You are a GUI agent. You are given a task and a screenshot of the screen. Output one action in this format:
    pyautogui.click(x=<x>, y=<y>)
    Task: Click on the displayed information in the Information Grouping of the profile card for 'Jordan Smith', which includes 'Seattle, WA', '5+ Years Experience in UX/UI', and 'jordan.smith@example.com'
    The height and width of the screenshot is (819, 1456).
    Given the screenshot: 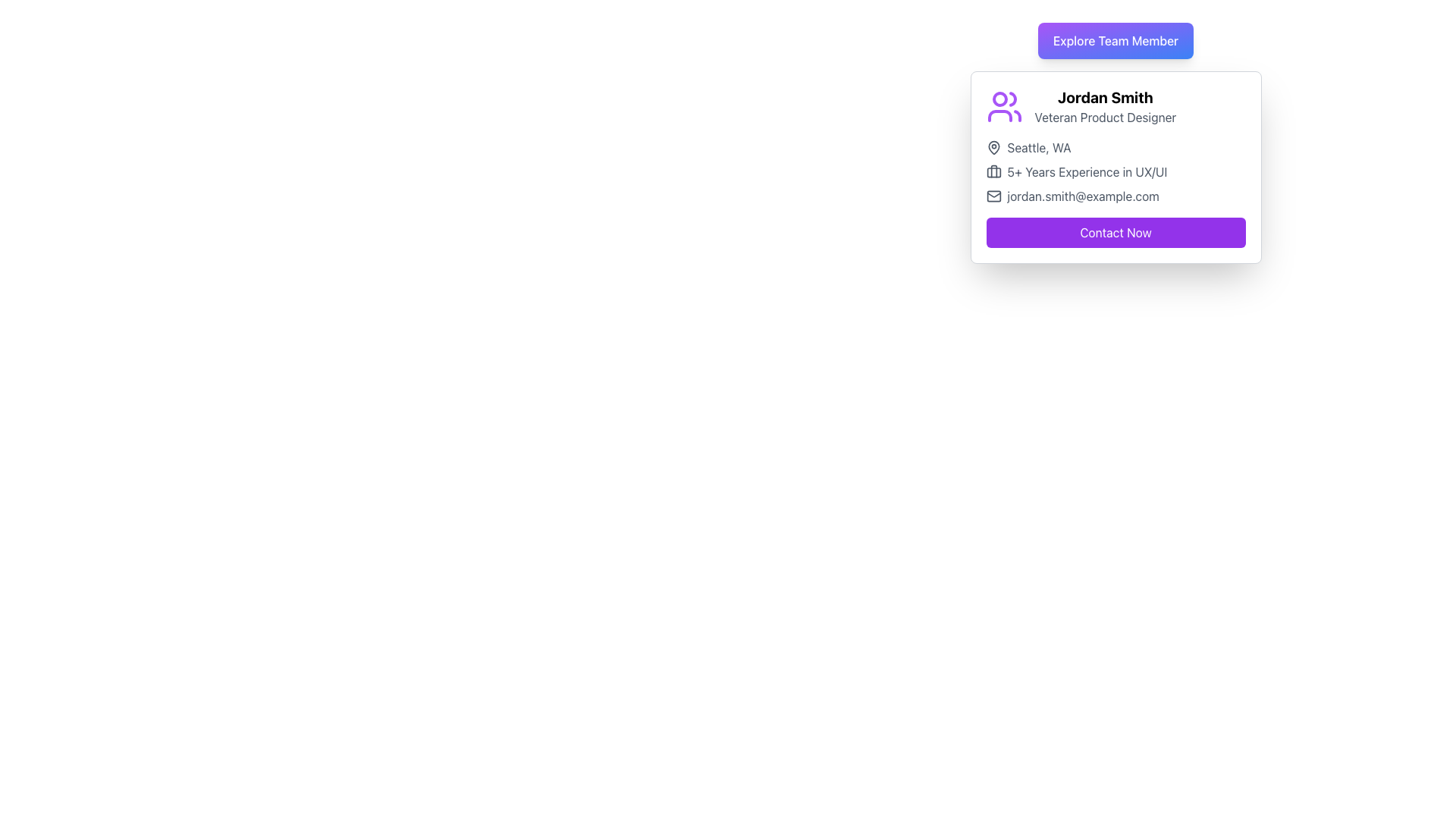 What is the action you would take?
    pyautogui.click(x=1116, y=171)
    